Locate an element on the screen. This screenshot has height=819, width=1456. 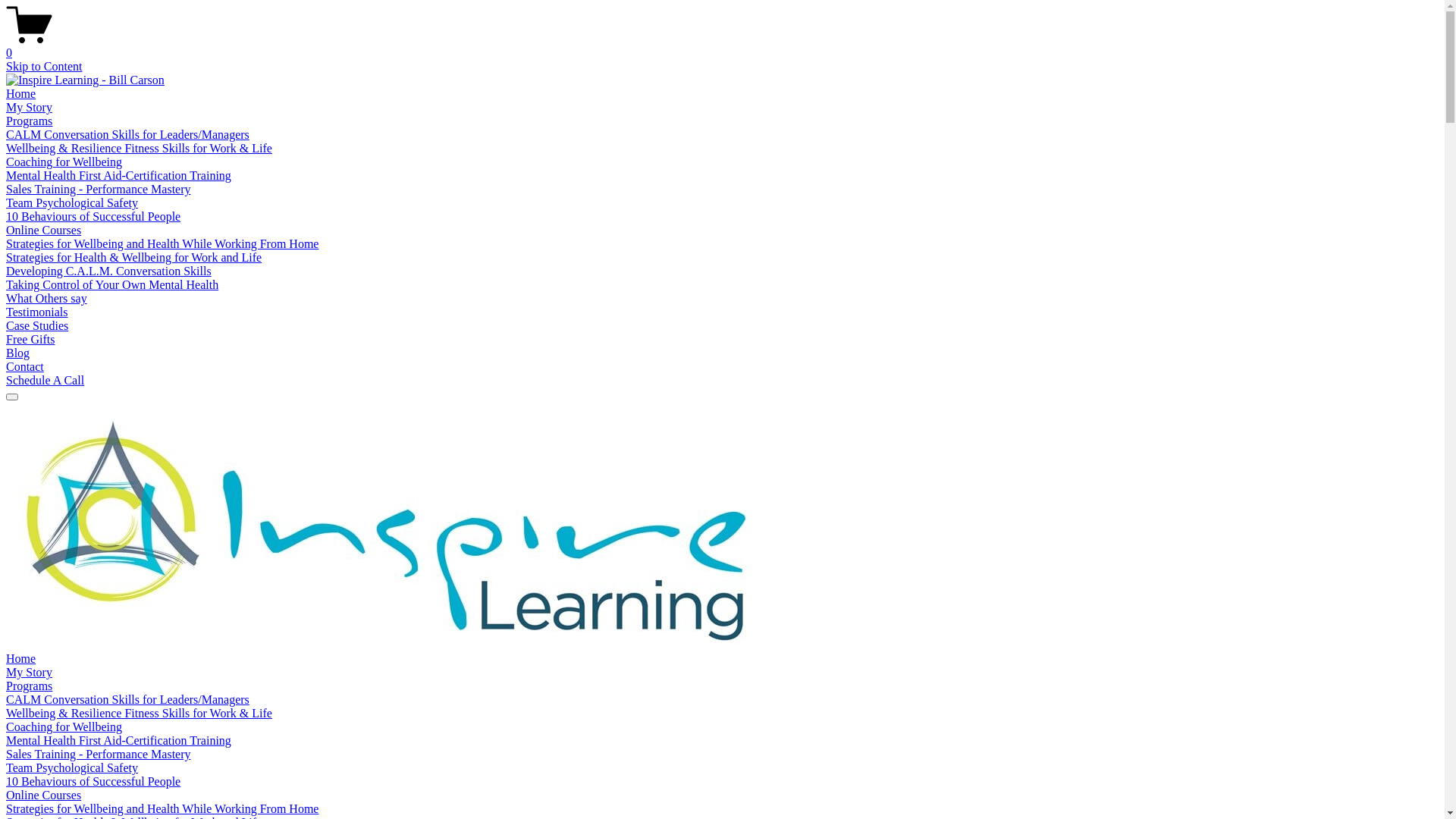
'Free Gifts' is located at coordinates (6, 338).